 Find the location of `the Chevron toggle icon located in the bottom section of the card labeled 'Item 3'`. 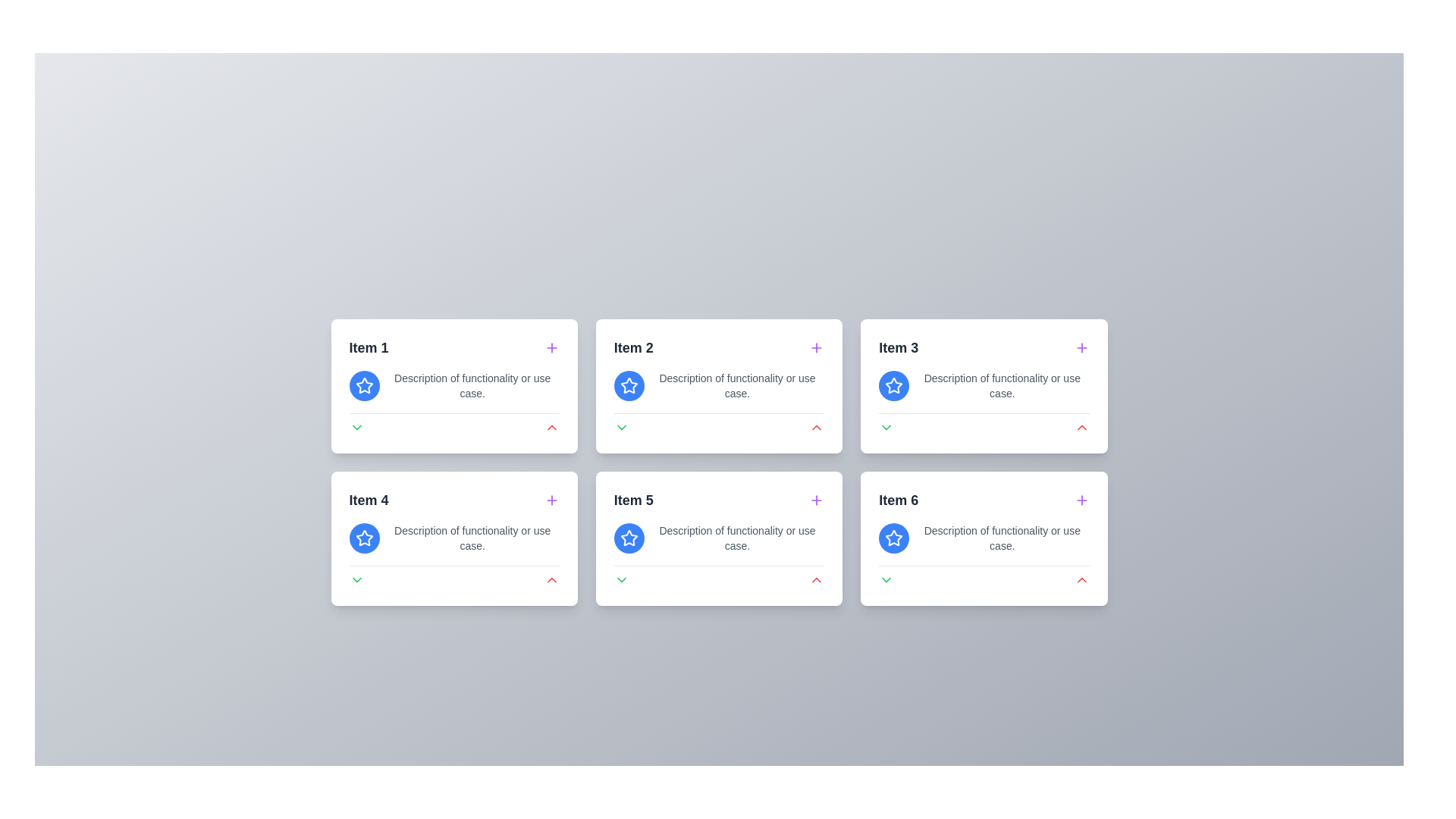

the Chevron toggle icon located in the bottom section of the card labeled 'Item 3' is located at coordinates (886, 427).